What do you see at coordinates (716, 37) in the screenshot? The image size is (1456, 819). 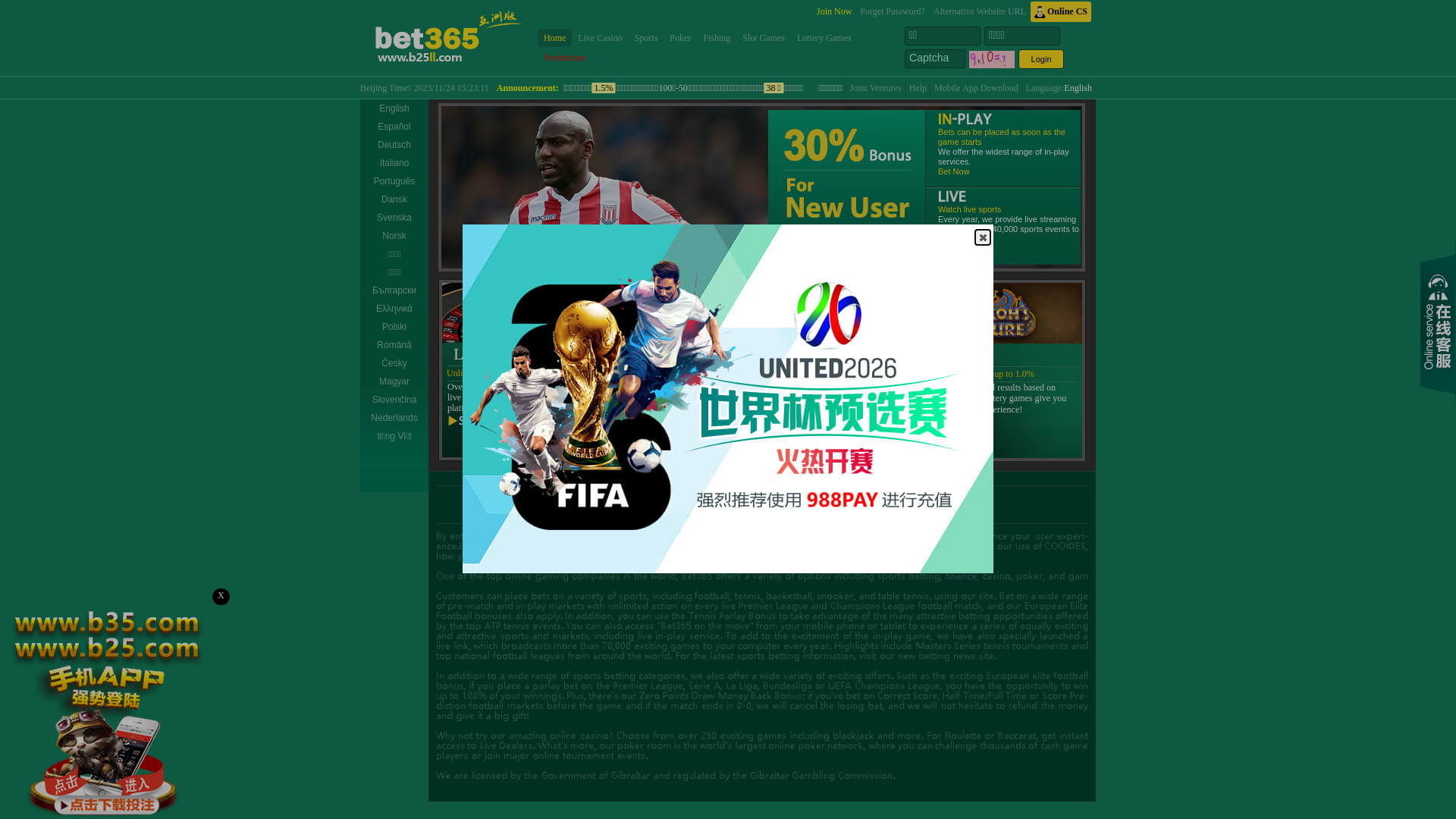 I see `'Fishing'` at bounding box center [716, 37].